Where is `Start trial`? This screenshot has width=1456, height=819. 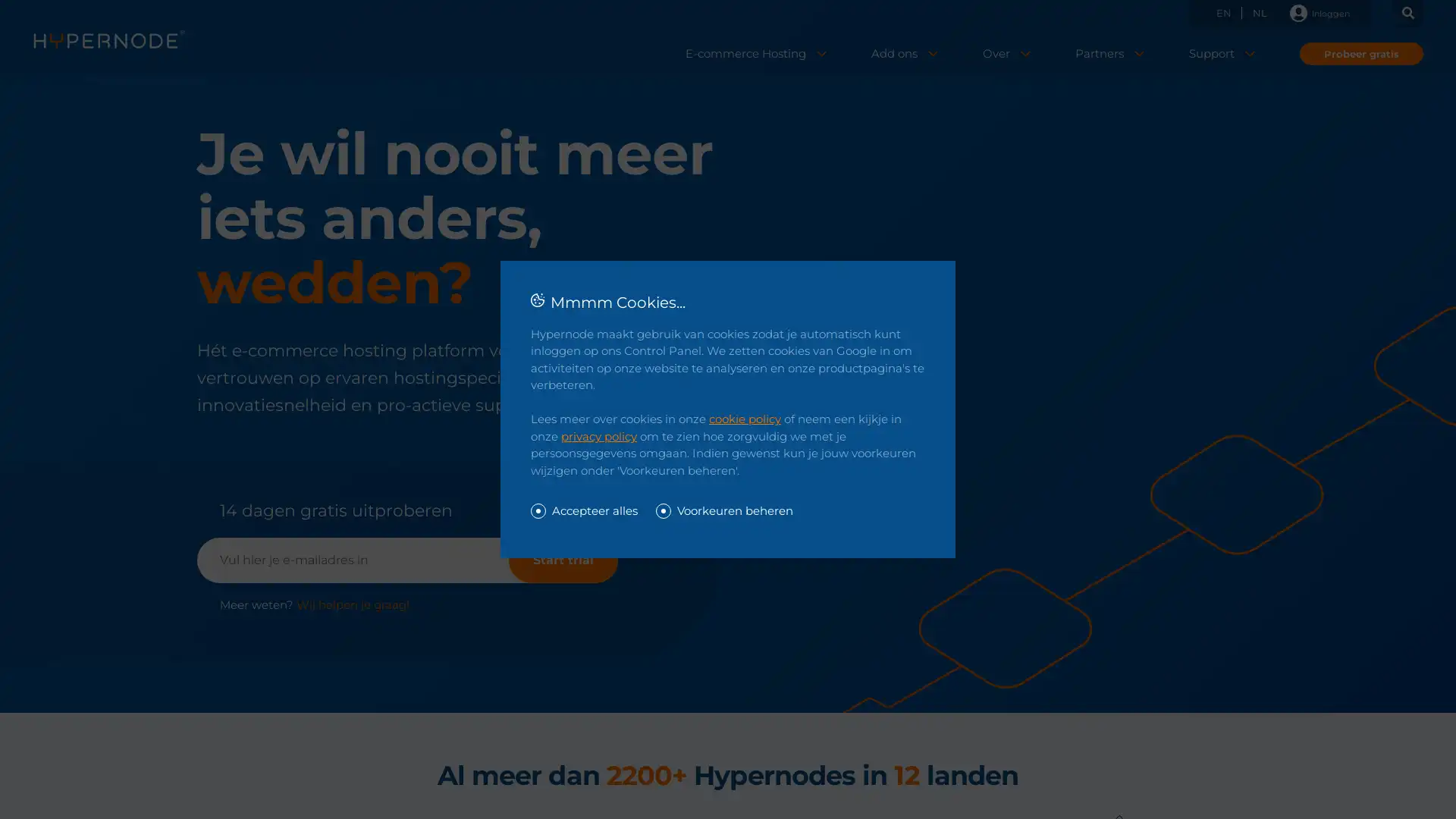 Start trial is located at coordinates (563, 560).